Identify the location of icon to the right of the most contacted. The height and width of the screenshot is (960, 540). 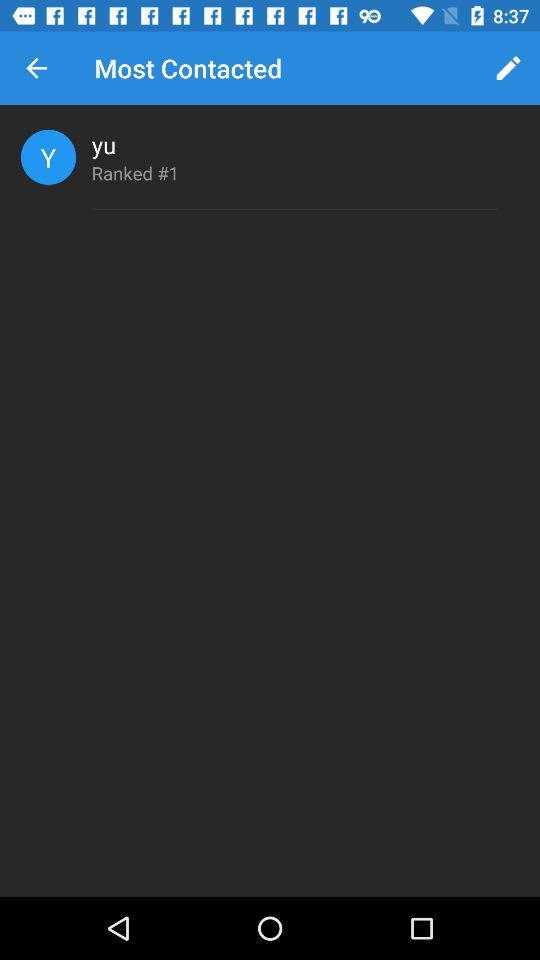
(508, 68).